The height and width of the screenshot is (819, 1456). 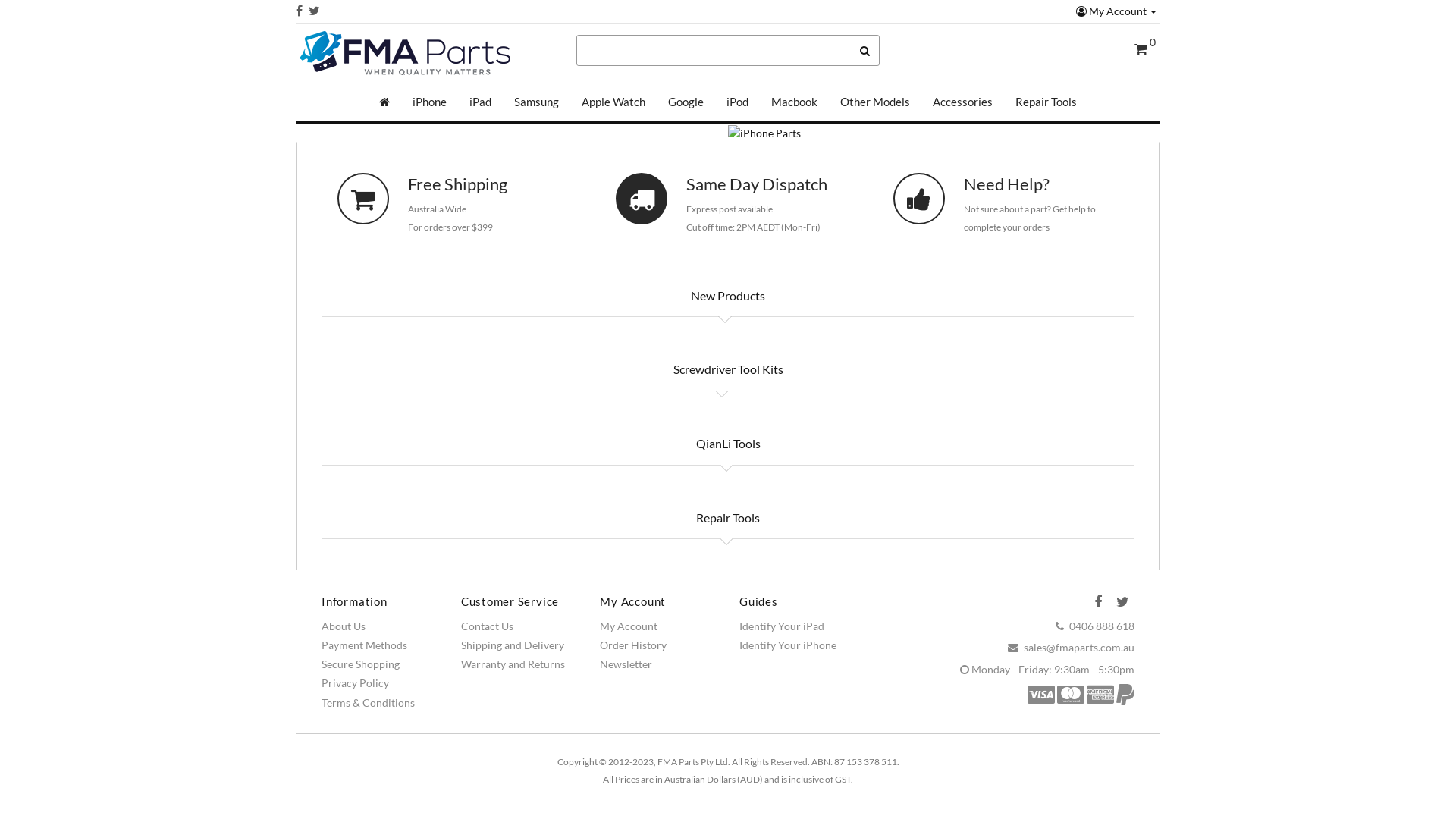 What do you see at coordinates (536, 102) in the screenshot?
I see `'Samsung'` at bounding box center [536, 102].